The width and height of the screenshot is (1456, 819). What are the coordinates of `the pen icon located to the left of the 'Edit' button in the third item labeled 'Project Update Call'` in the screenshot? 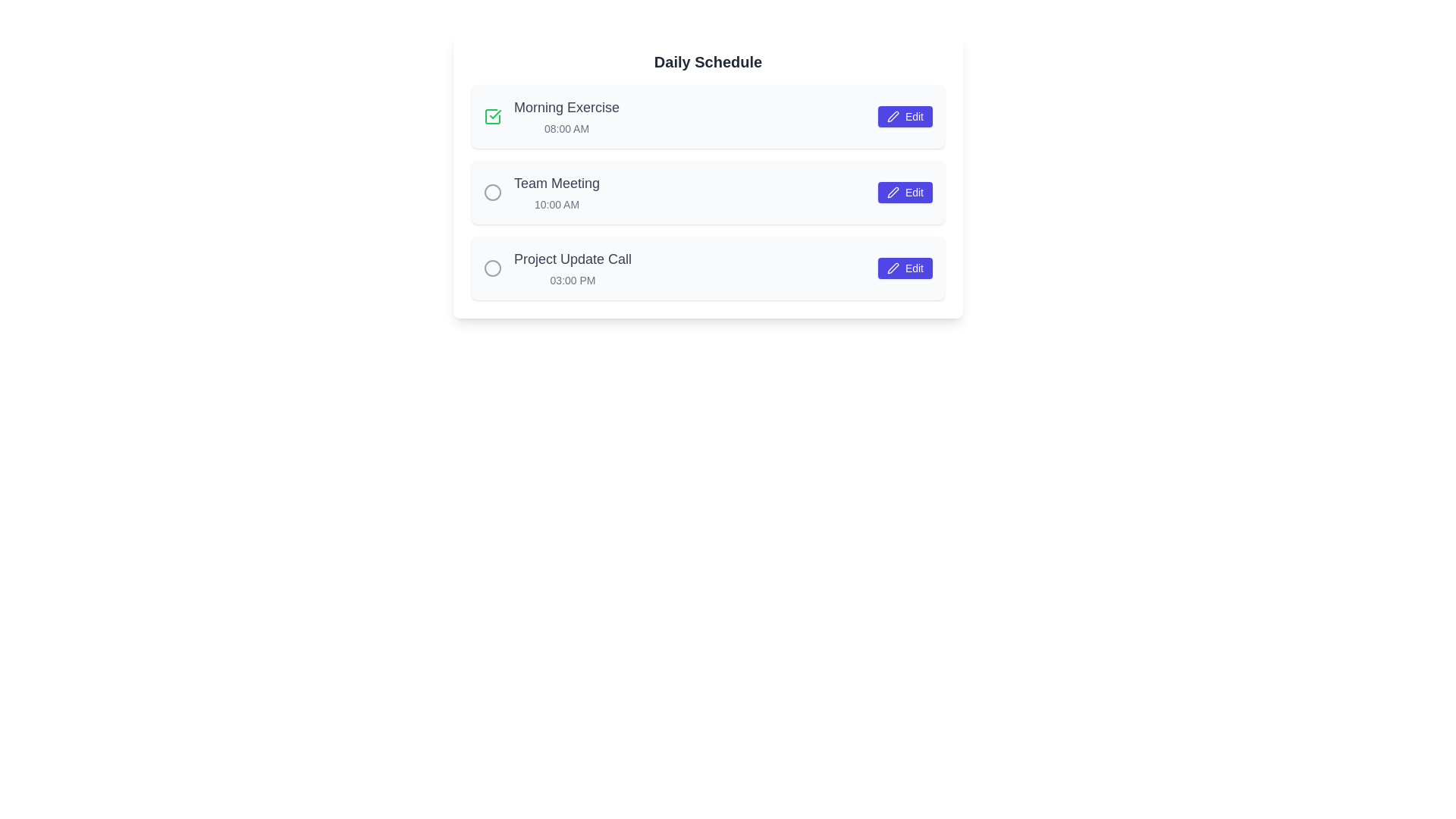 It's located at (893, 268).